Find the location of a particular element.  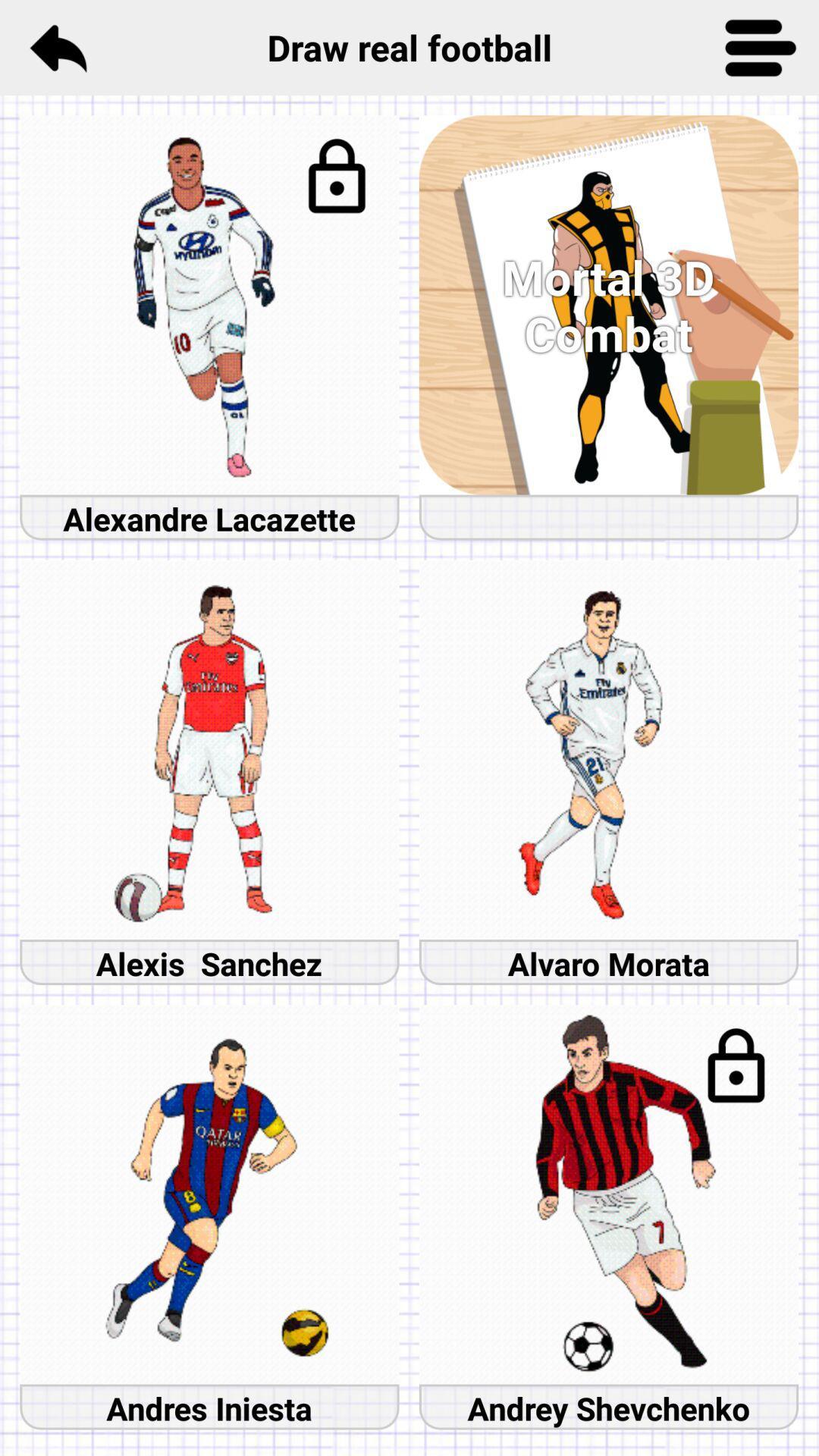

menu button is located at coordinates (761, 47).